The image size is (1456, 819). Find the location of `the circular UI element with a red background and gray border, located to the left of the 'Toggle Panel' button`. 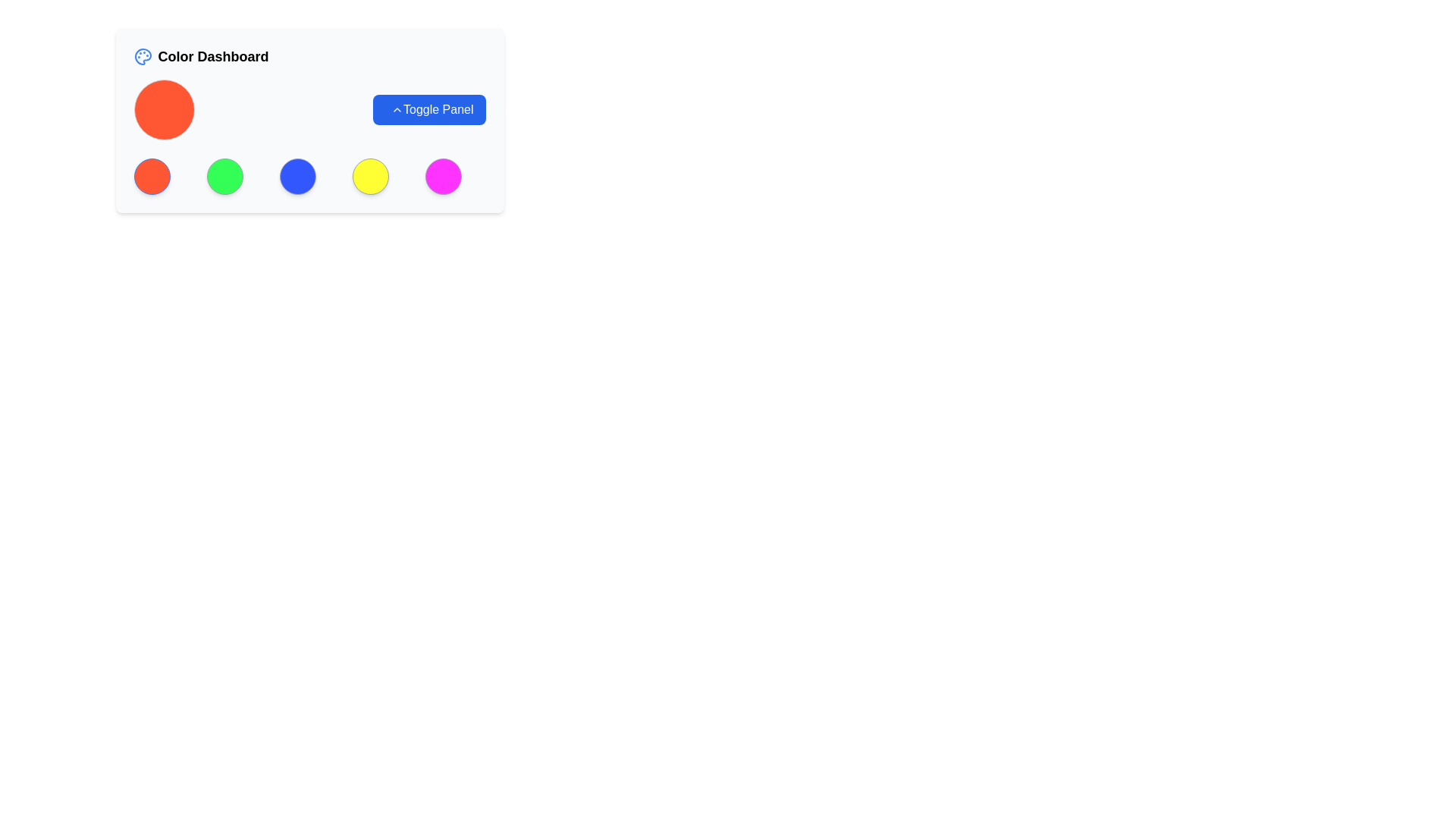

the circular UI element with a red background and gray border, located to the left of the 'Toggle Panel' button is located at coordinates (164, 109).